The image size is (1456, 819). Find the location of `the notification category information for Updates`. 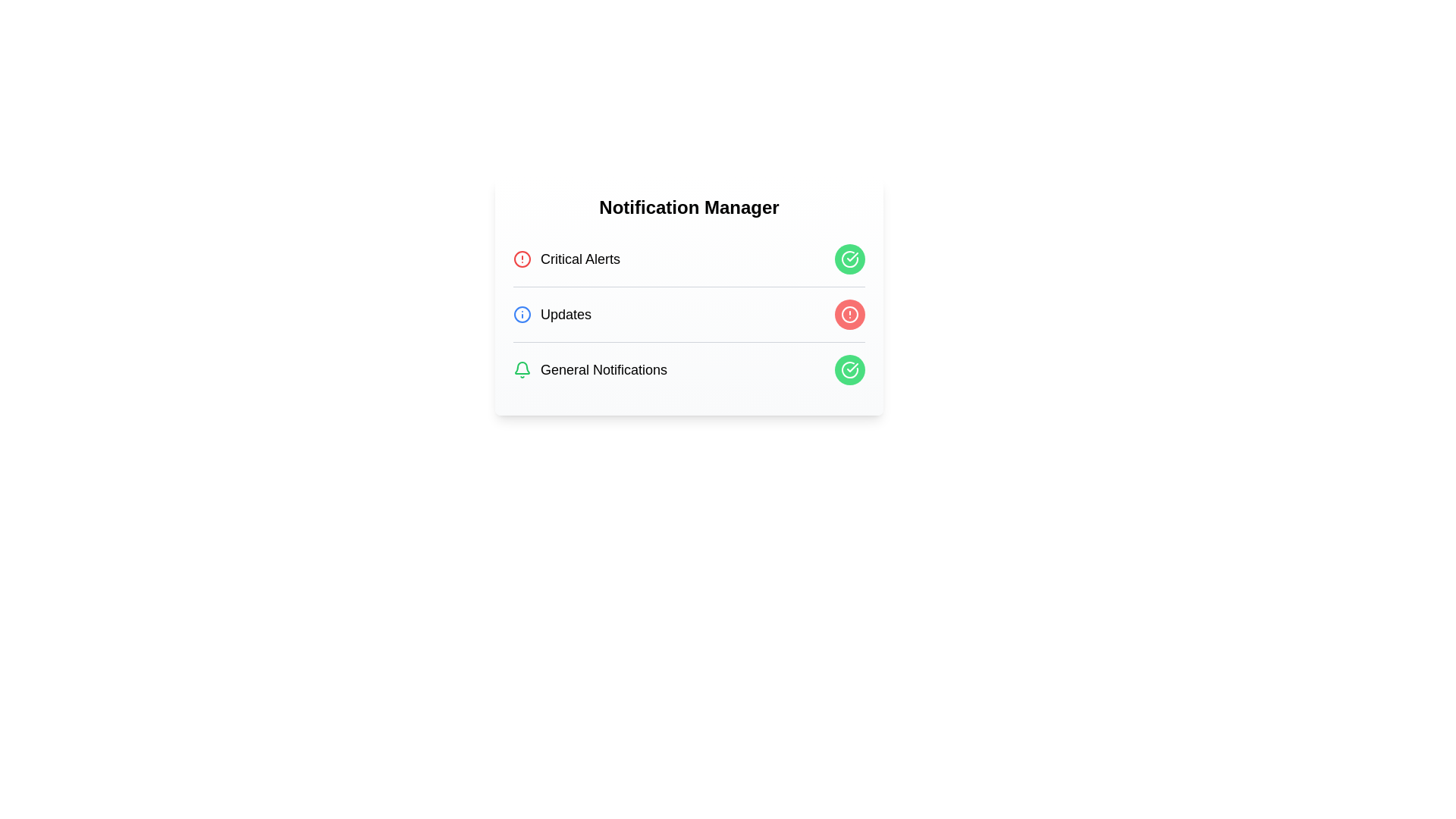

the notification category information for Updates is located at coordinates (551, 314).